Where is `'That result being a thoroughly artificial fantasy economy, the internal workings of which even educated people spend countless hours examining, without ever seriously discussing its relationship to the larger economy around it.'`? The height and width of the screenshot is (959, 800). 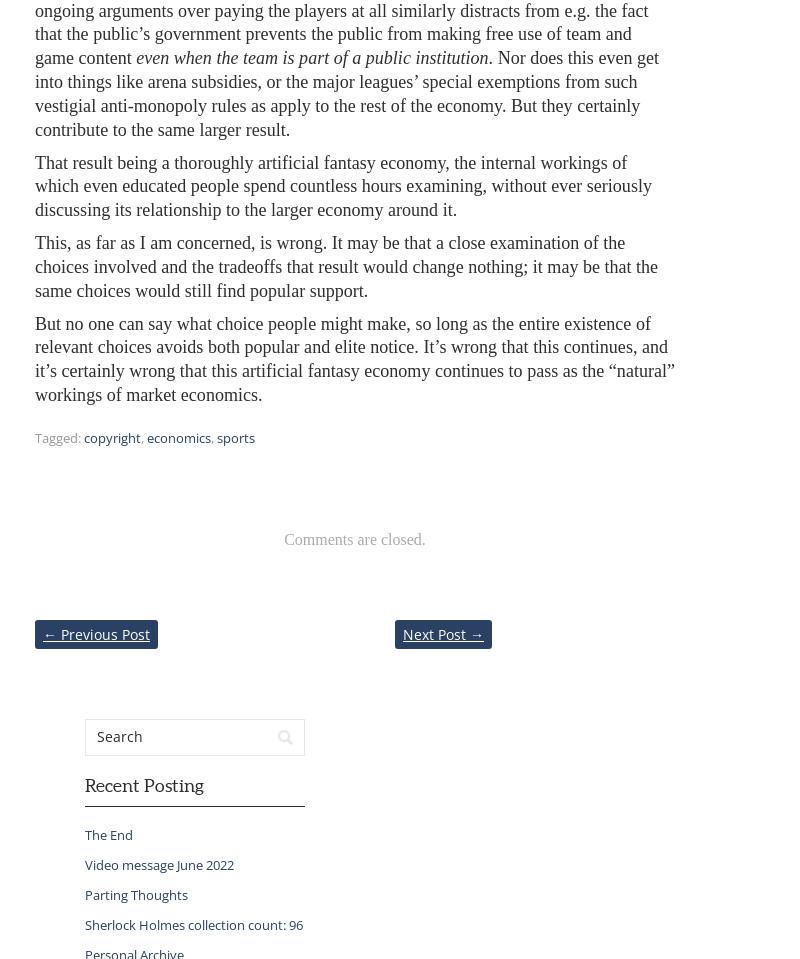
'That result being a thoroughly artificial fantasy economy, the internal workings of which even educated people spend countless hours examining, without ever seriously discussing its relationship to the larger economy around it.' is located at coordinates (342, 185).